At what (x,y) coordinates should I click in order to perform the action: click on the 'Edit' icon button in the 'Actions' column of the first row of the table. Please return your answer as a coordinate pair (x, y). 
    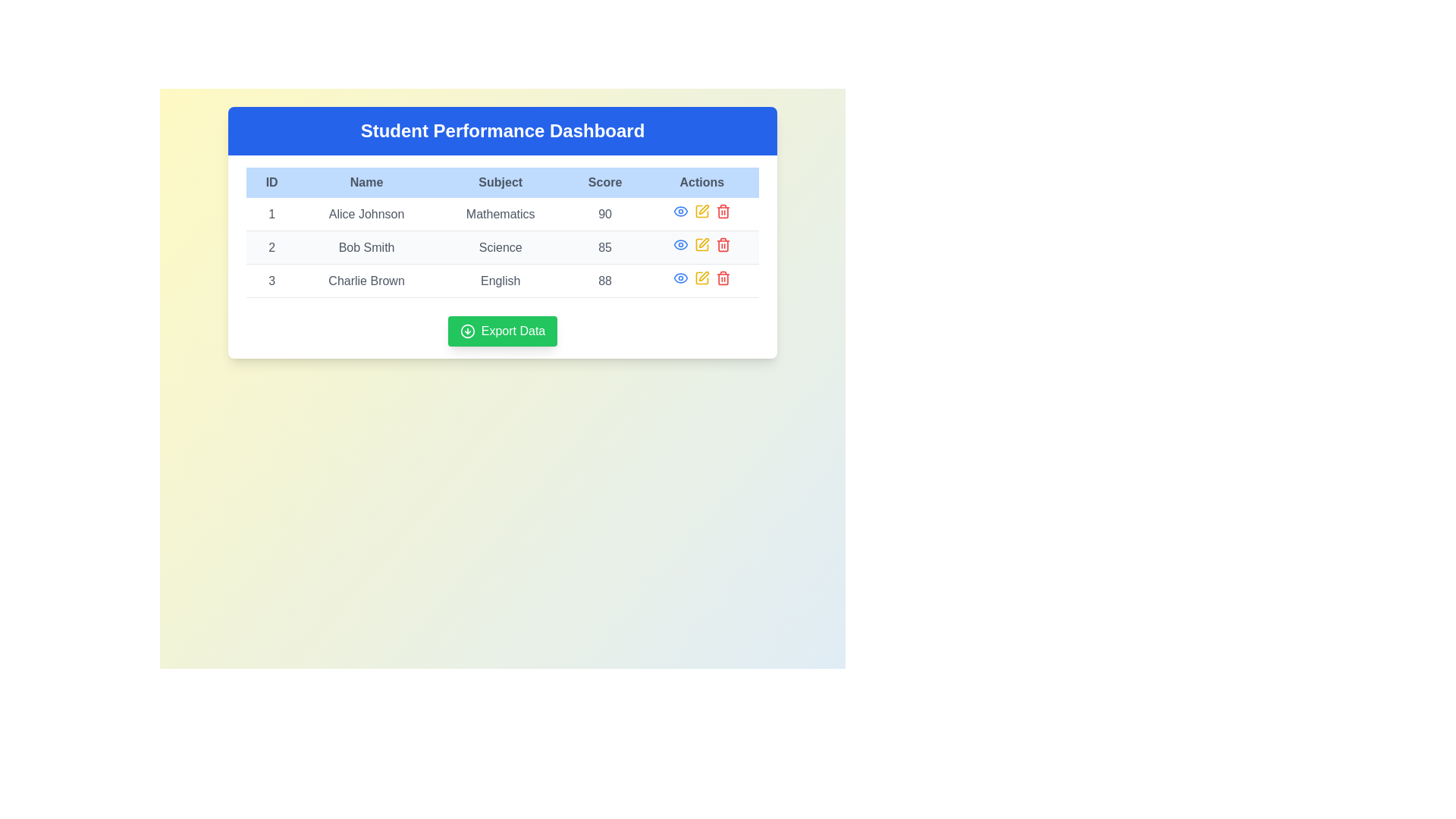
    Looking at the image, I should click on (703, 209).